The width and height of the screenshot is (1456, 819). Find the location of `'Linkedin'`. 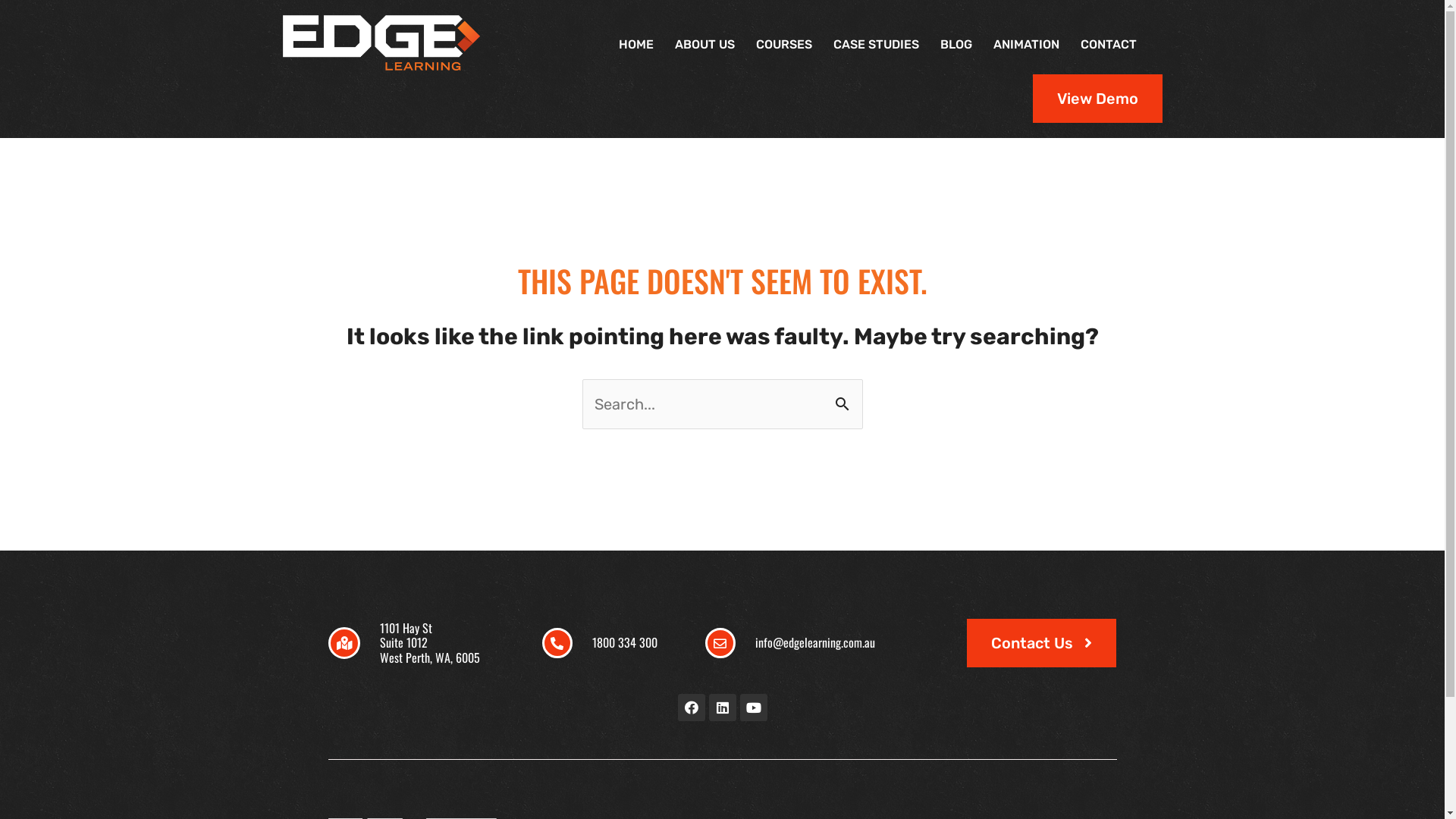

'Linkedin' is located at coordinates (708, 708).